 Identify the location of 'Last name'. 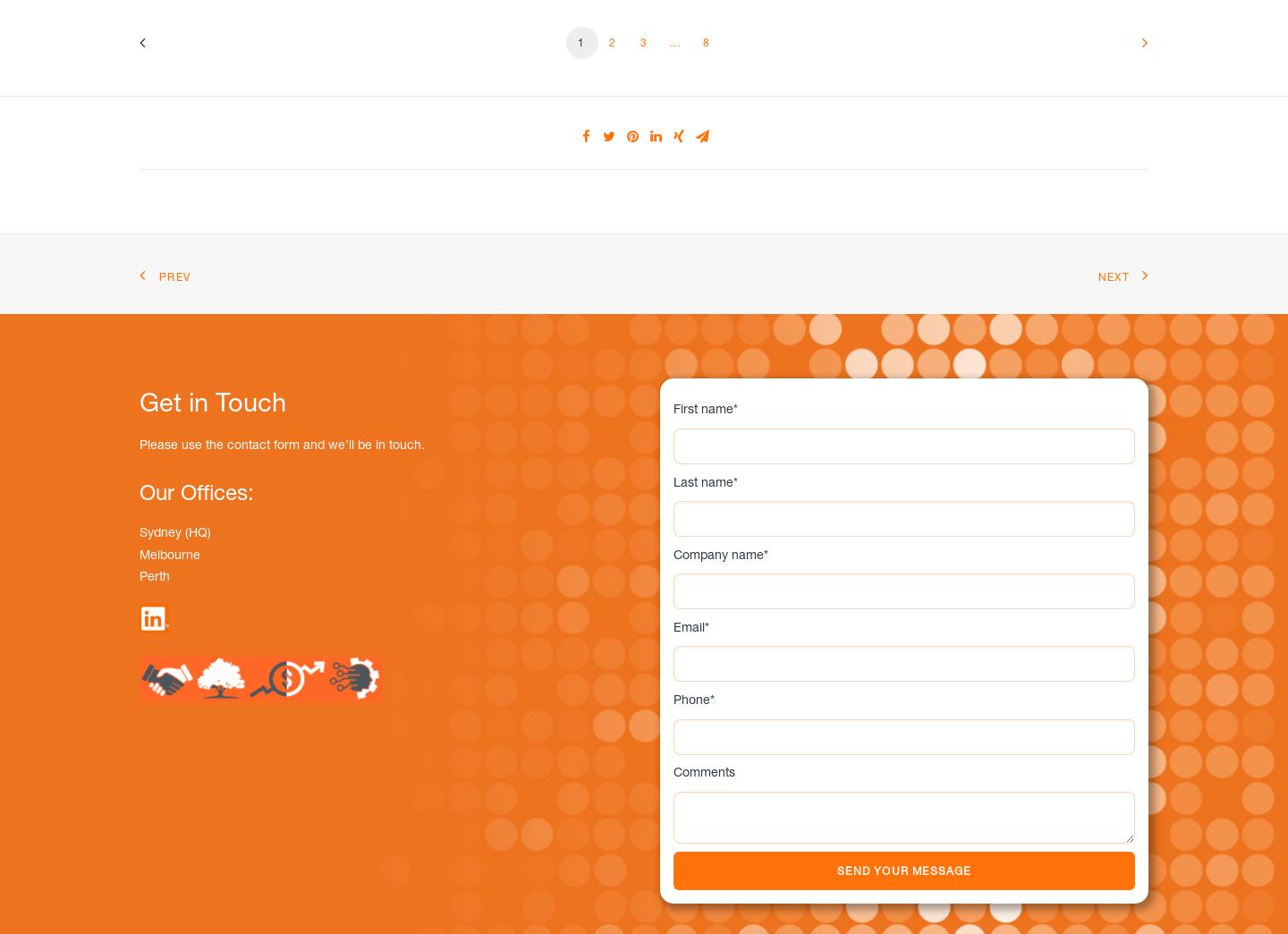
(703, 480).